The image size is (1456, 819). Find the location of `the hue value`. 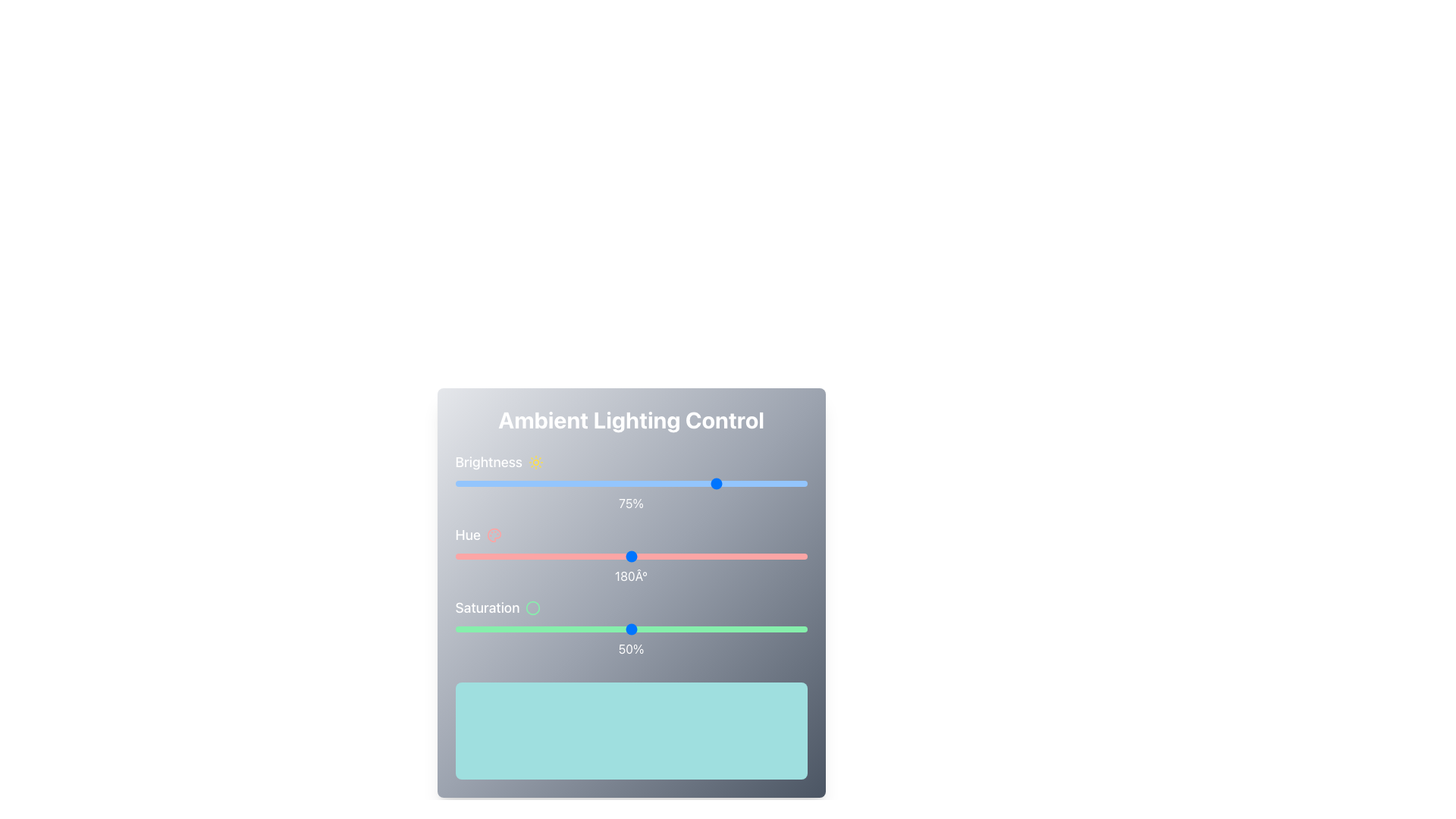

the hue value is located at coordinates (542, 556).